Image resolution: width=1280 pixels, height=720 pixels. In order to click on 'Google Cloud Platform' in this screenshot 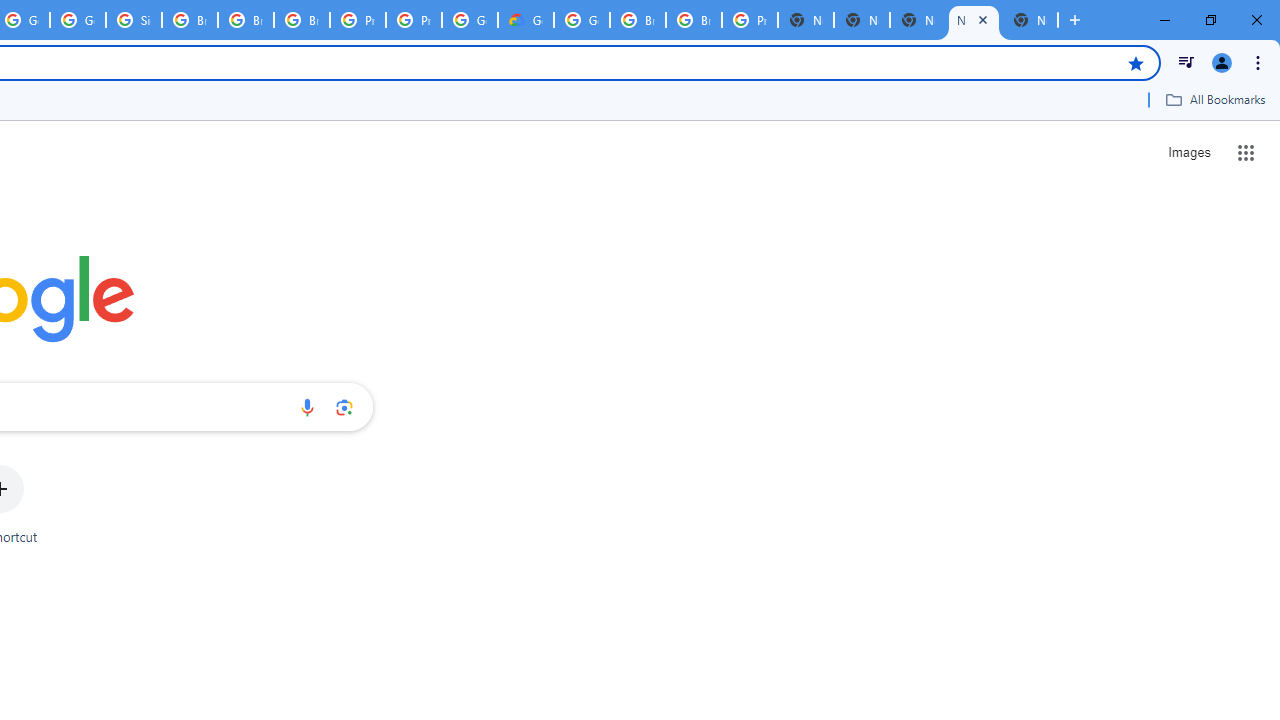, I will do `click(581, 20)`.